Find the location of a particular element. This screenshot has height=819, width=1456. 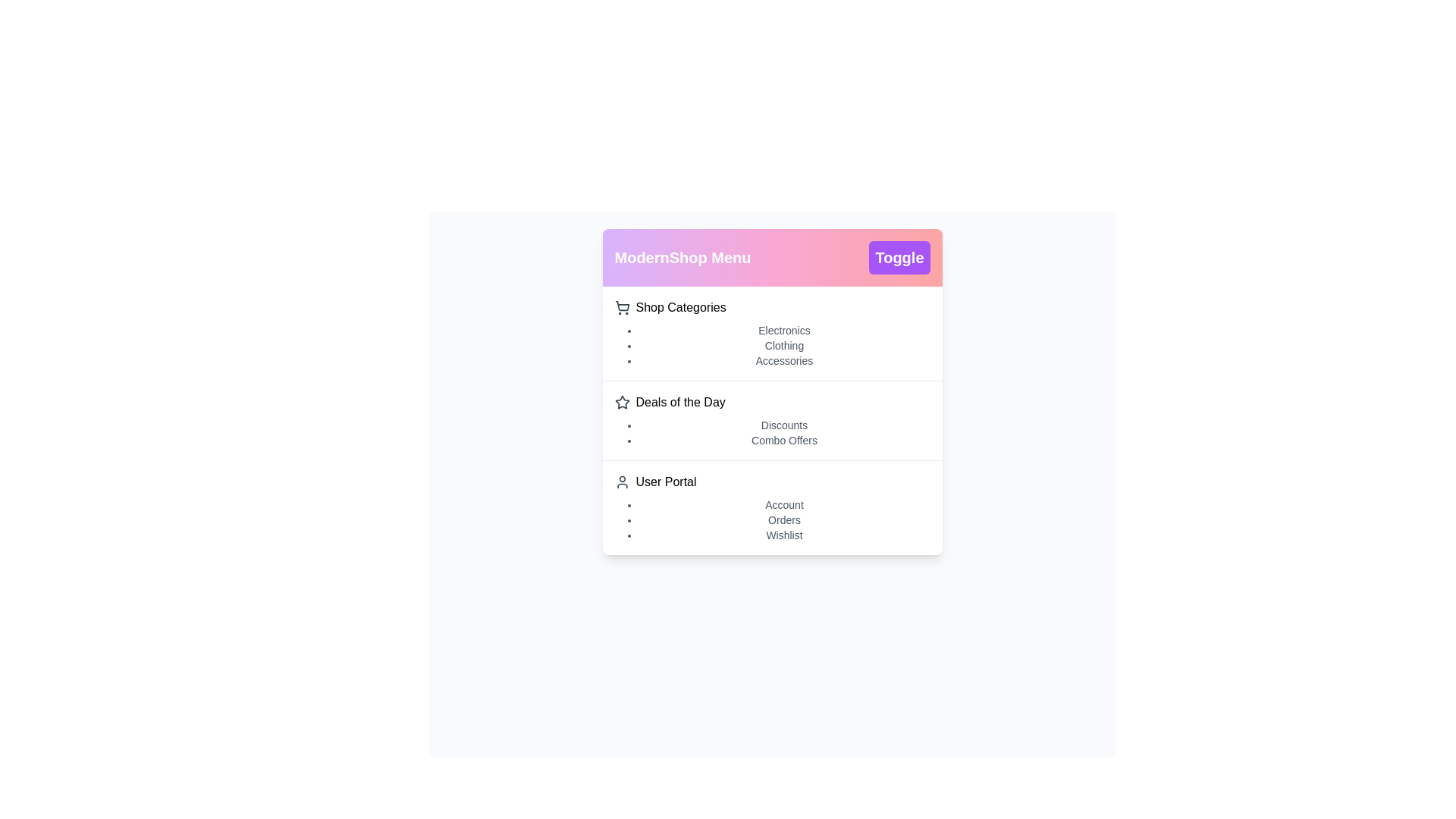

the icon next to Deals of the Day to explore it is located at coordinates (622, 402).